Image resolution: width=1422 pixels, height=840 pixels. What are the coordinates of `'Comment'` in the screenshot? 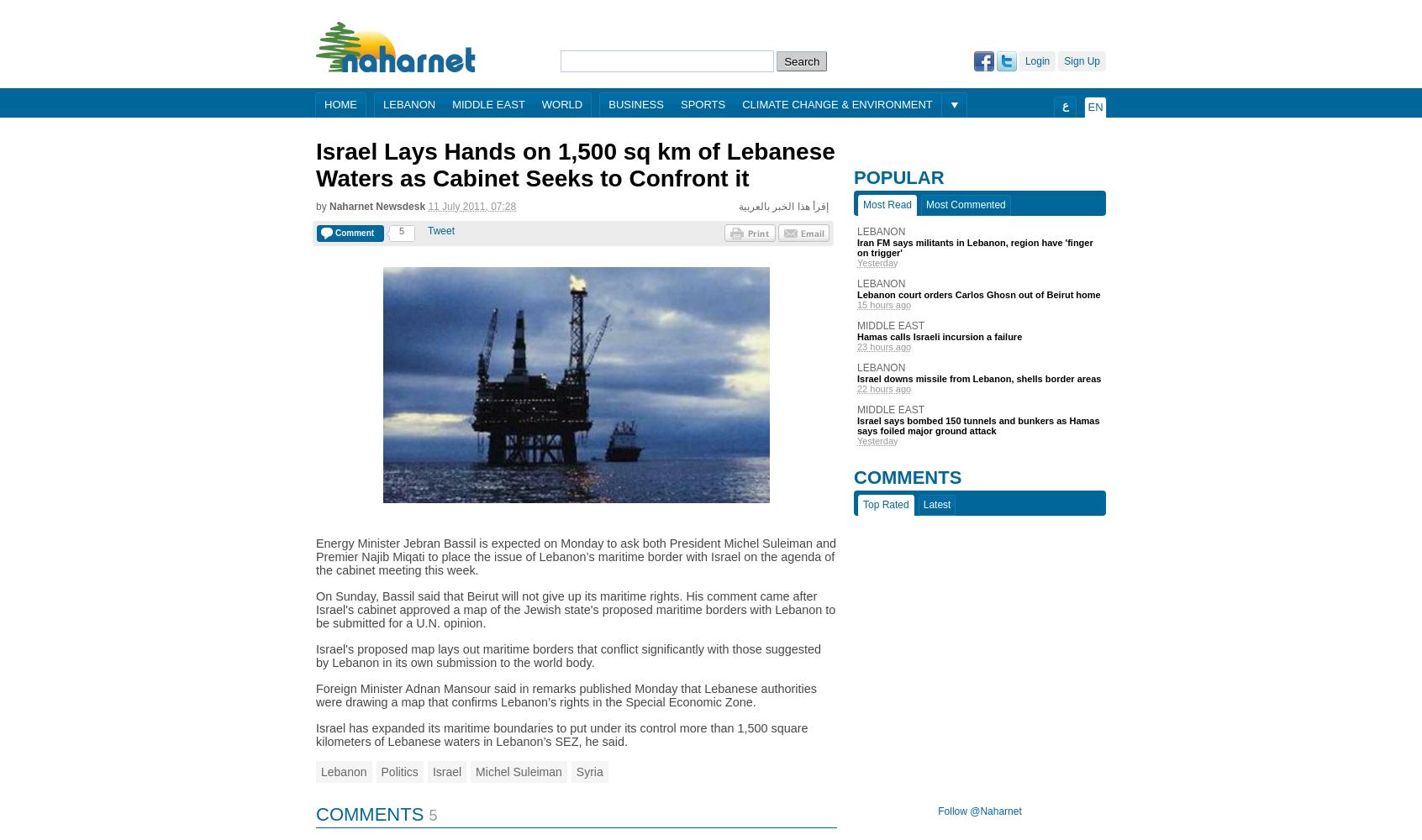 It's located at (334, 233).